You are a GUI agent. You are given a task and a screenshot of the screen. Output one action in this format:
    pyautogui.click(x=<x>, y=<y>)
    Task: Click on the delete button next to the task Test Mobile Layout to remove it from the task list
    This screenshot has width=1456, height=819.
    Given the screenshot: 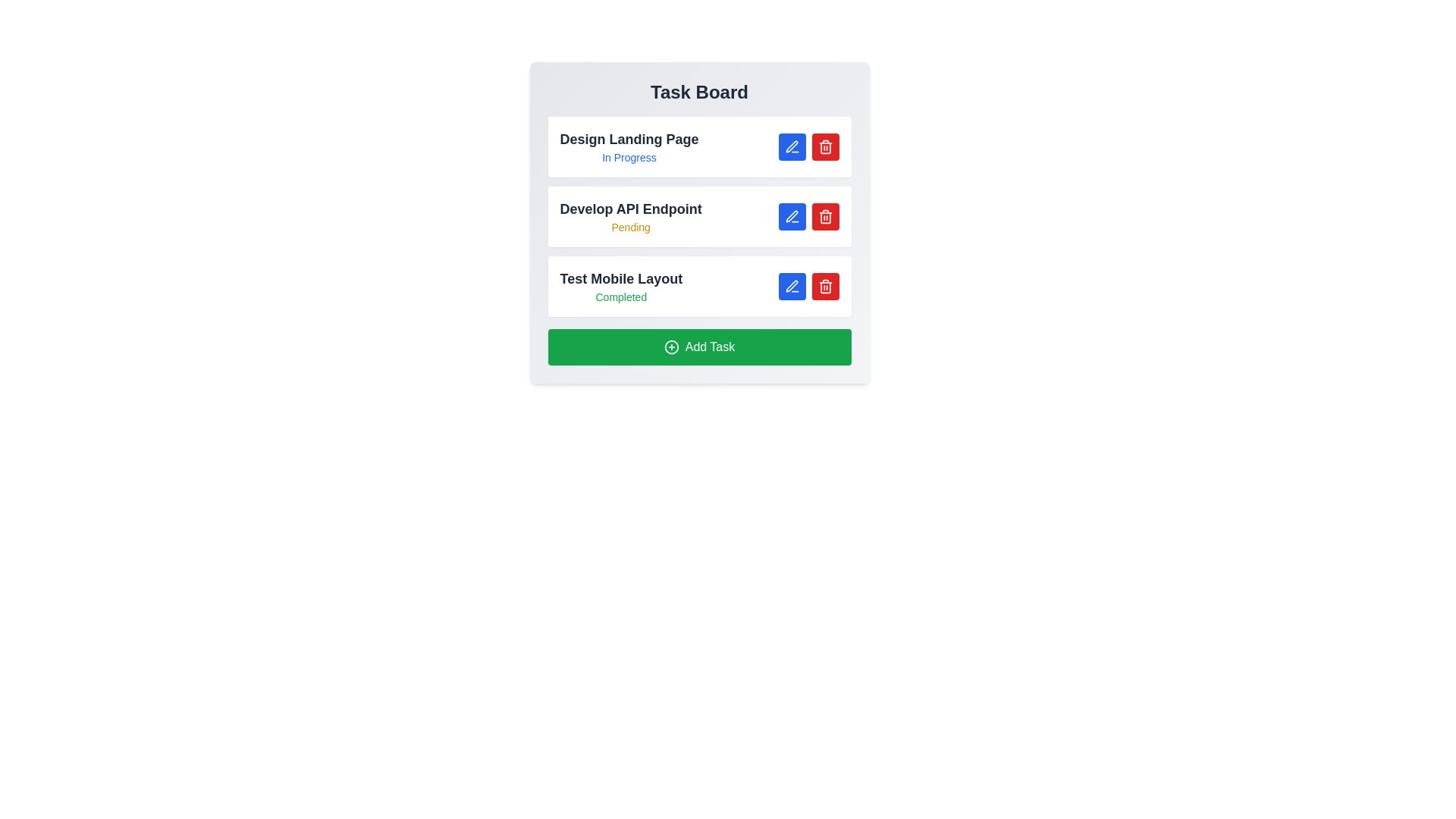 What is the action you would take?
    pyautogui.click(x=824, y=287)
    